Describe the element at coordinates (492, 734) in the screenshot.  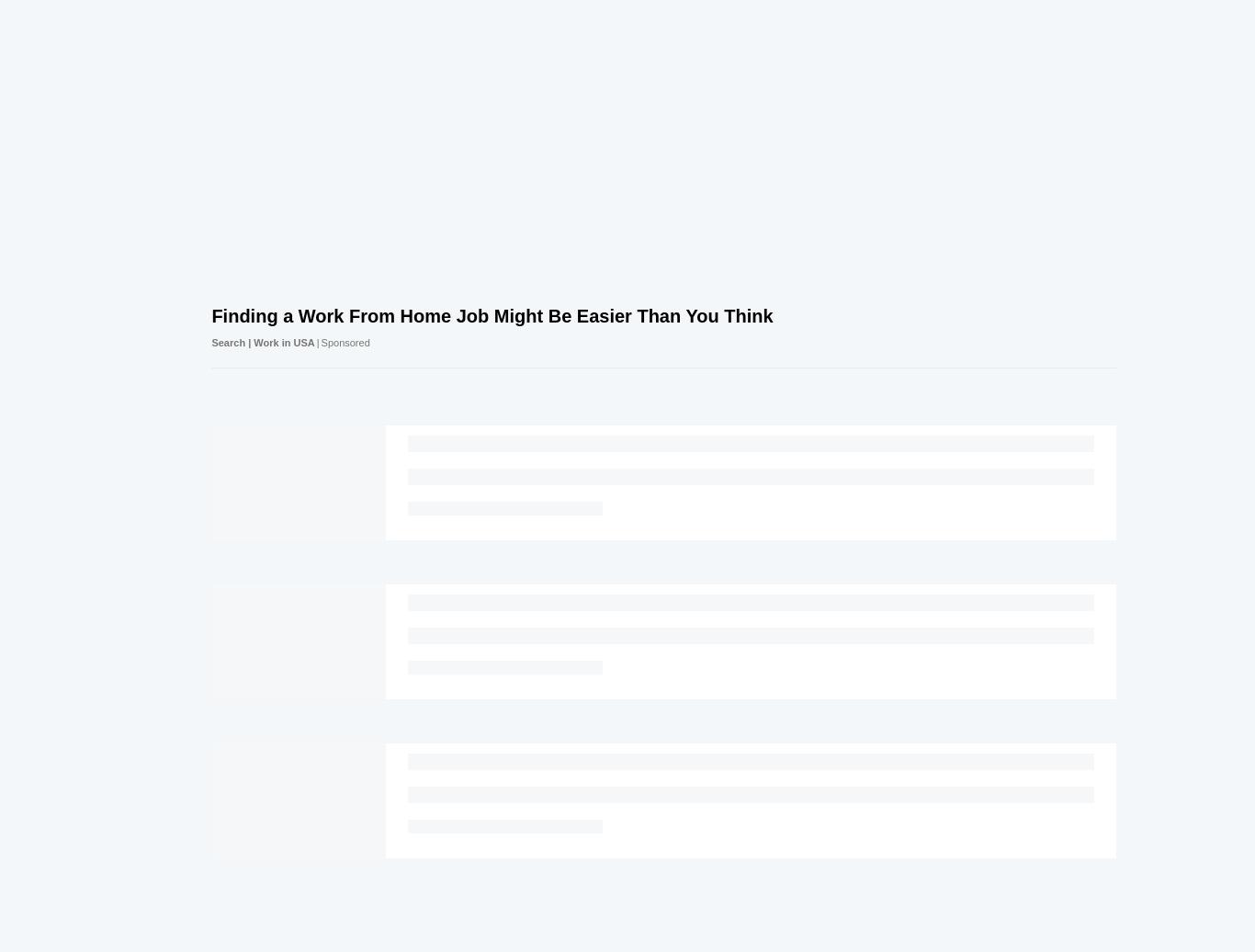
I see `'All rights reserved. England and Wales company registration number 2008885.'` at that location.